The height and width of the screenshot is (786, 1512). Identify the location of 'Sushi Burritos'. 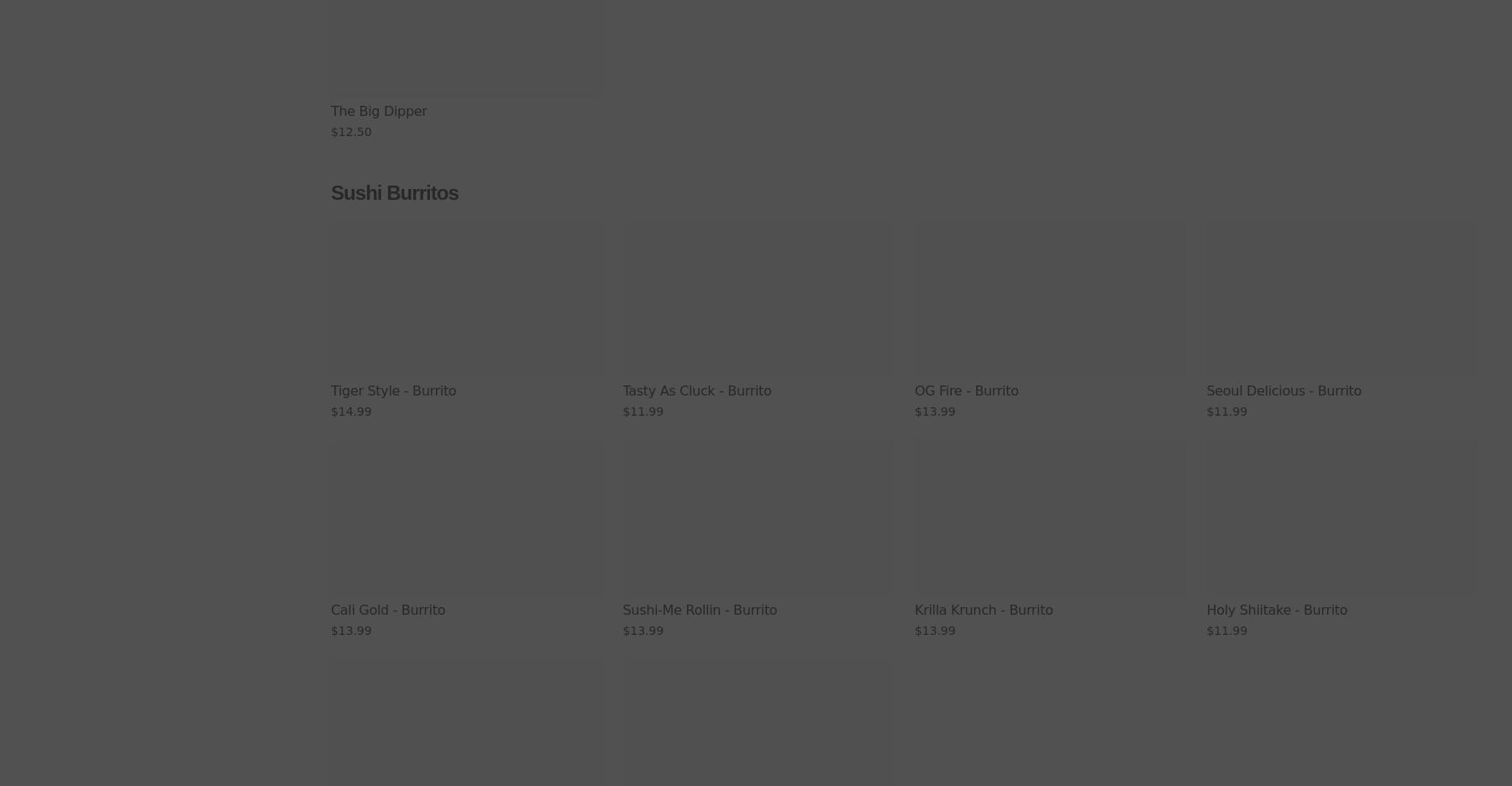
(393, 192).